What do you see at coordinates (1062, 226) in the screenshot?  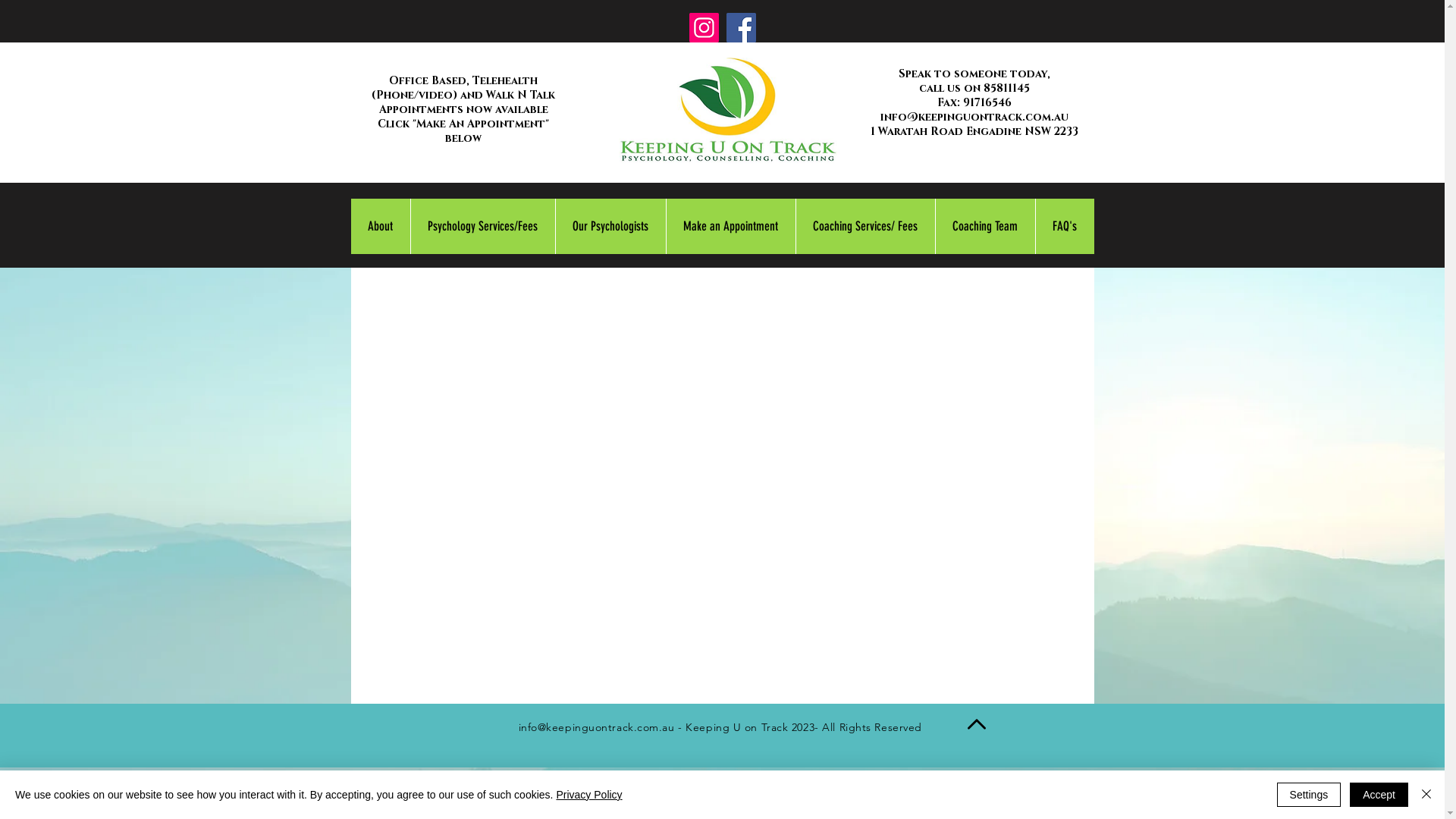 I see `'FAQ's'` at bounding box center [1062, 226].